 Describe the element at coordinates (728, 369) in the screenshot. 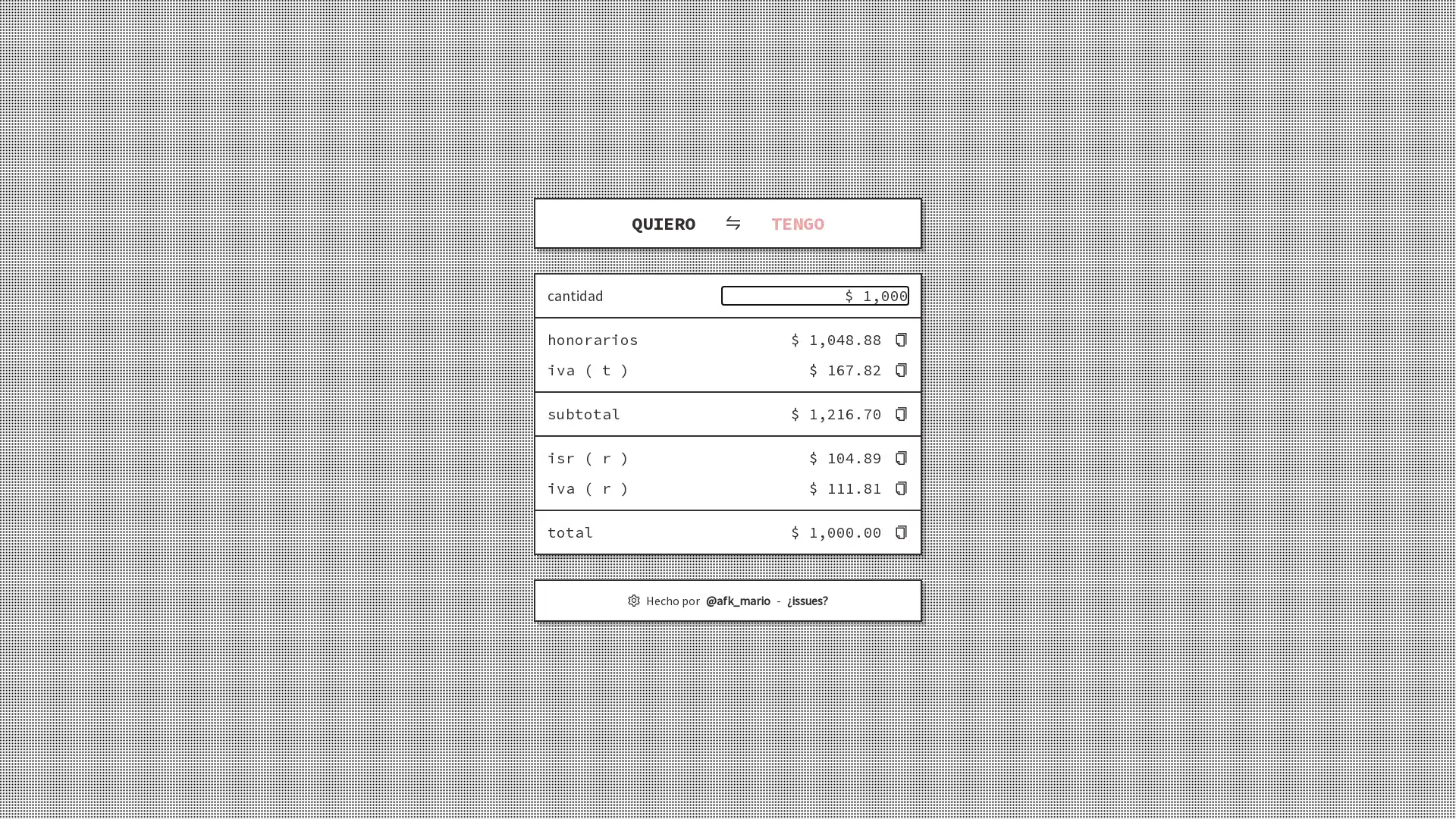

I see `iva ( t ) $ 167.82` at that location.